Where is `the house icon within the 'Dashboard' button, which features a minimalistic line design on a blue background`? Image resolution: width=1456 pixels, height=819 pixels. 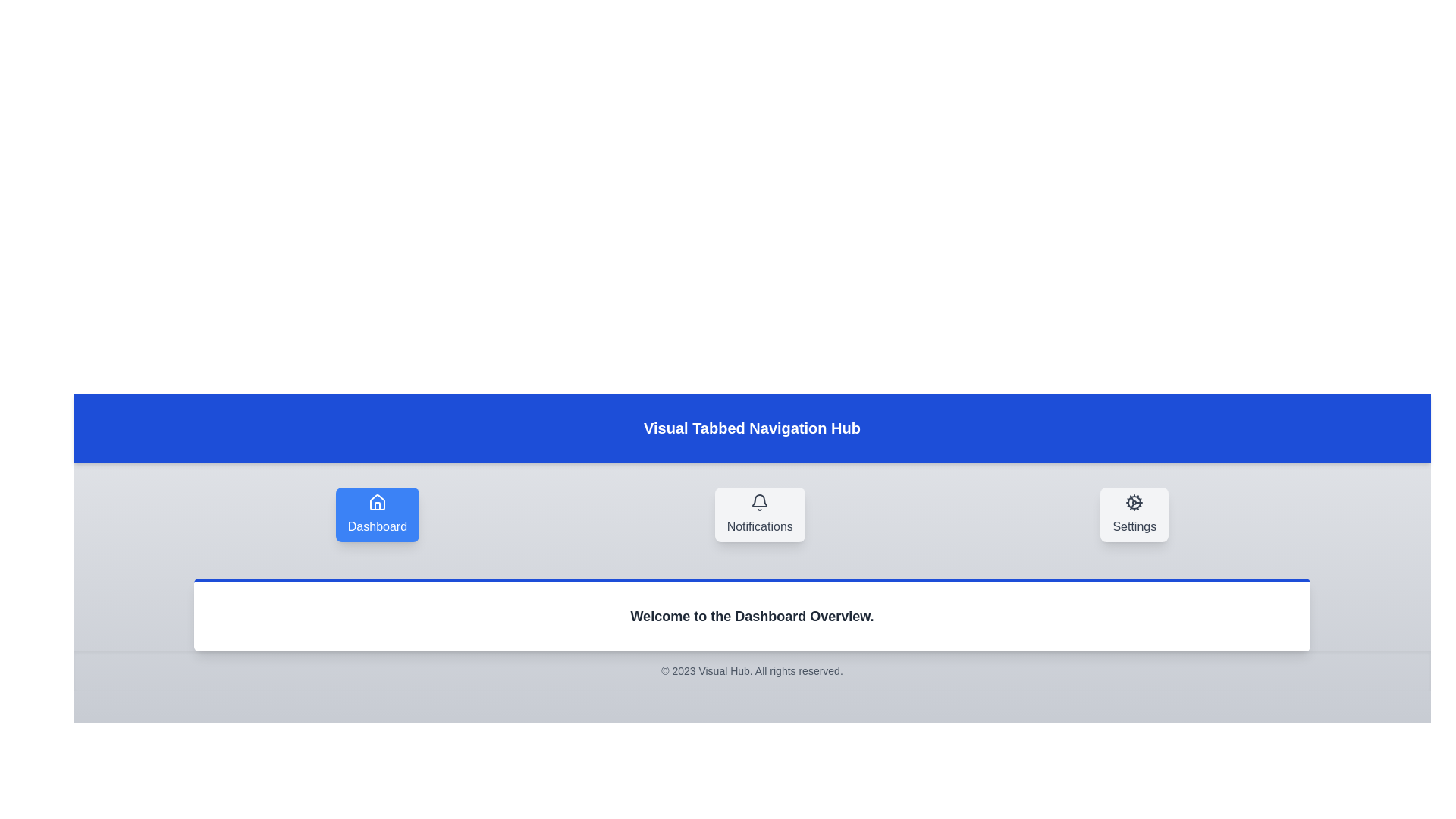 the house icon within the 'Dashboard' button, which features a minimalistic line design on a blue background is located at coordinates (377, 503).